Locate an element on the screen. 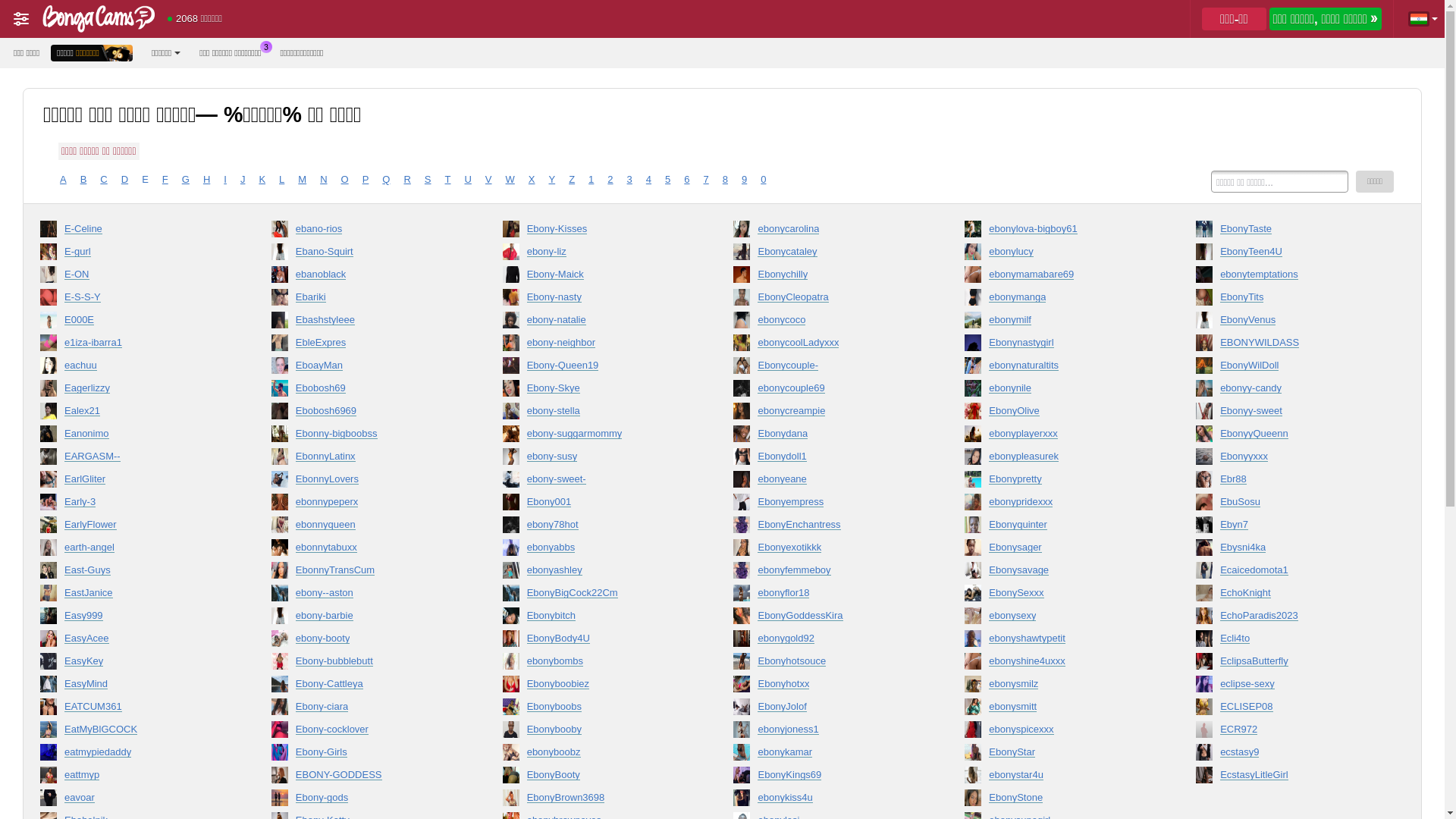 The height and width of the screenshot is (819, 1456). 'EbonyTaste' is located at coordinates (1288, 231).